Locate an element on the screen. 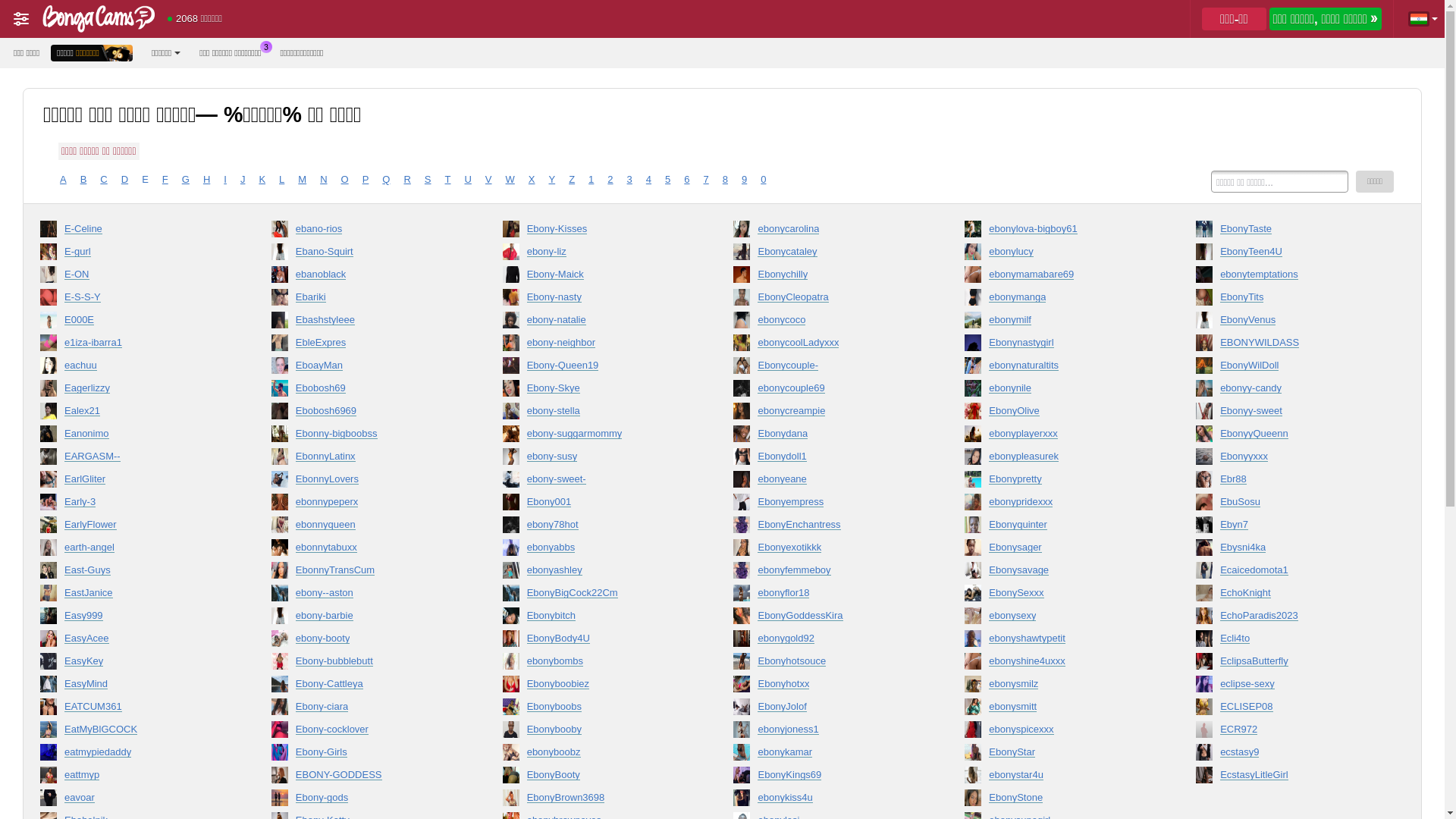 The height and width of the screenshot is (819, 1456). 'EbonyTaste' is located at coordinates (1288, 231).